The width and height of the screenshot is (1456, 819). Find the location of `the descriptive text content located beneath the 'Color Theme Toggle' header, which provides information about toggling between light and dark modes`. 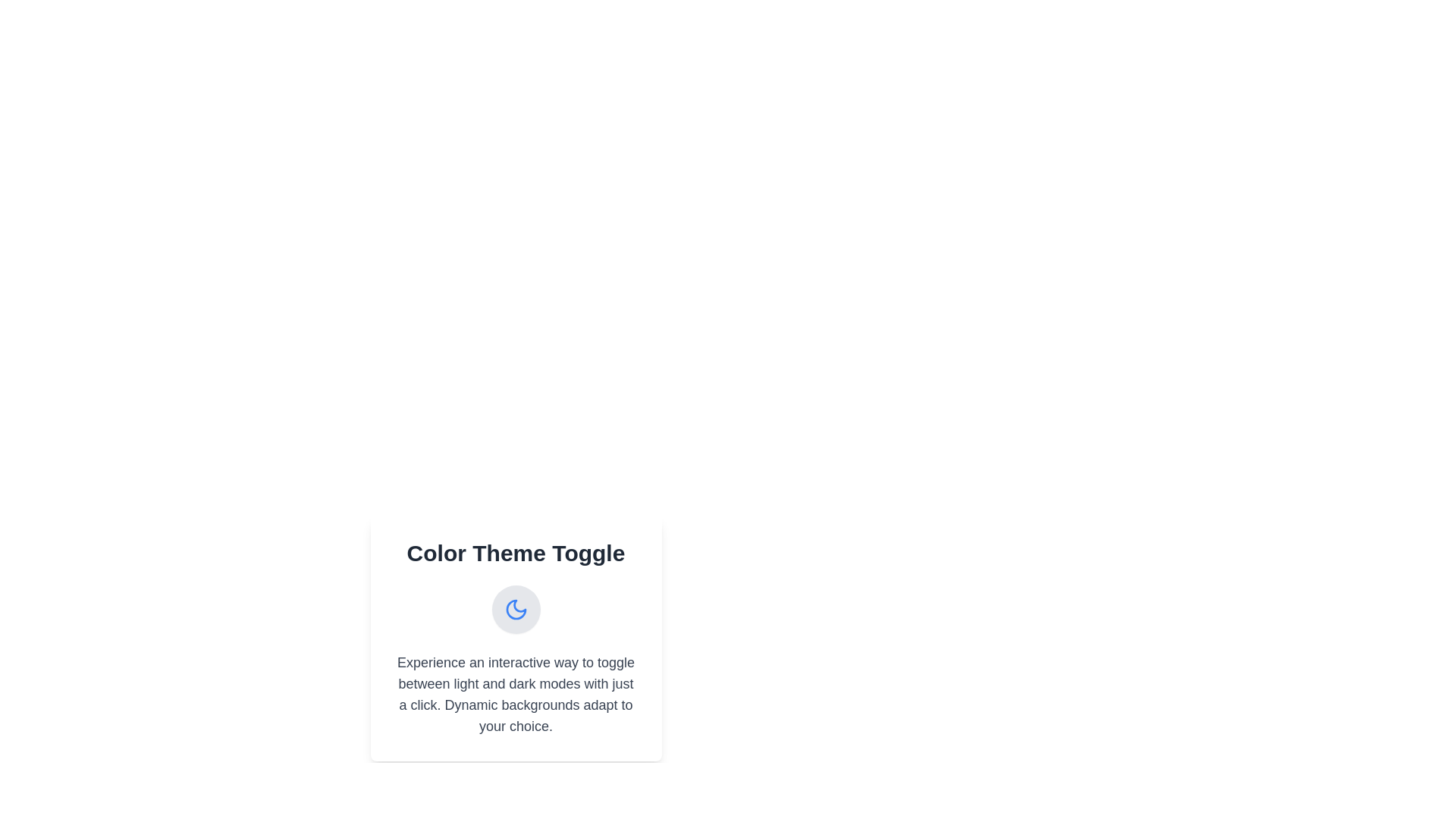

the descriptive text content located beneath the 'Color Theme Toggle' header, which provides information about toggling between light and dark modes is located at coordinates (516, 694).